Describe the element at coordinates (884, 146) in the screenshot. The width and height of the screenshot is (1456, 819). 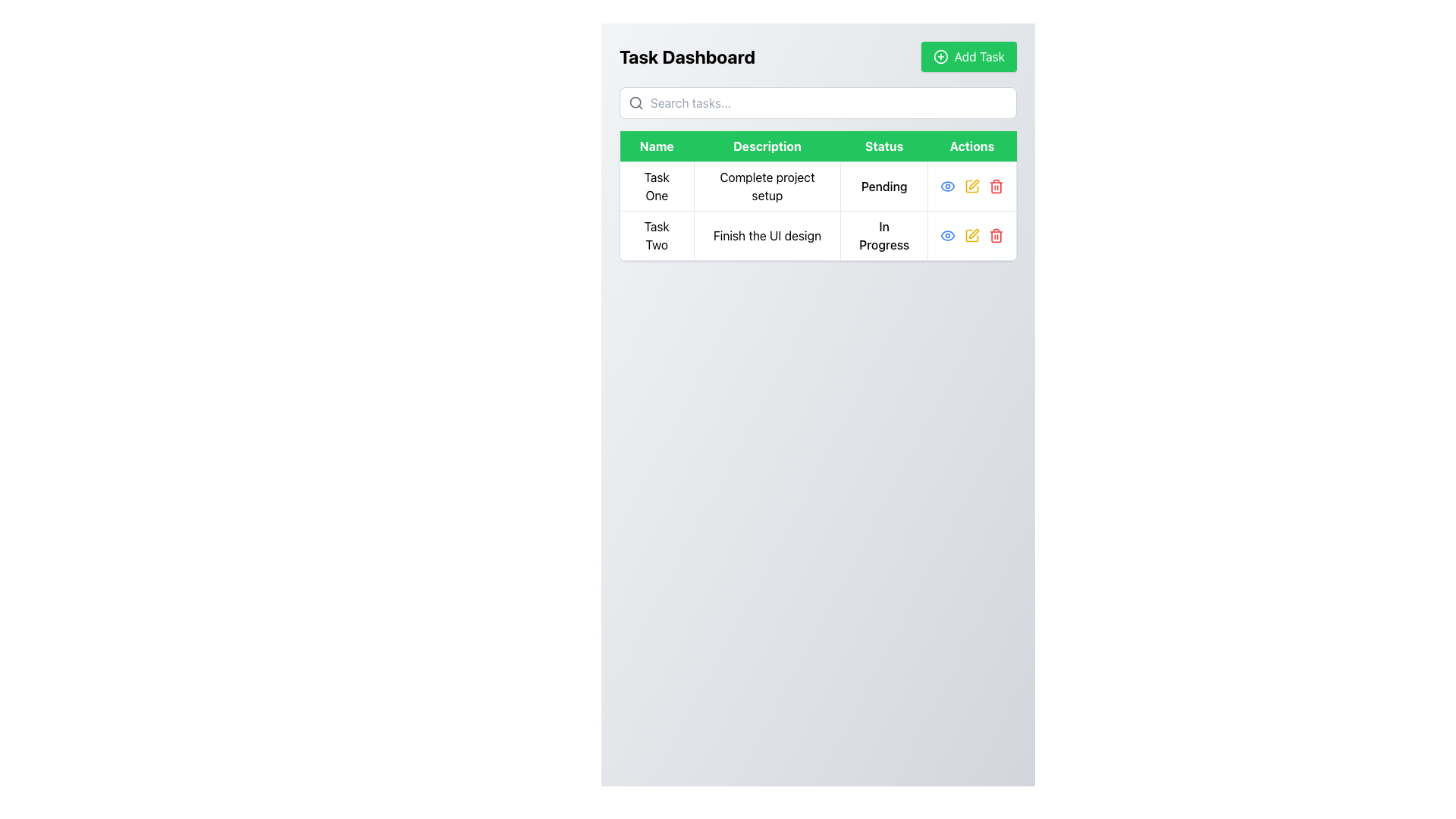
I see `the Table Header Cell for 'Status' in the header row of the table, which is located between 'Description' and 'Actions'` at that location.